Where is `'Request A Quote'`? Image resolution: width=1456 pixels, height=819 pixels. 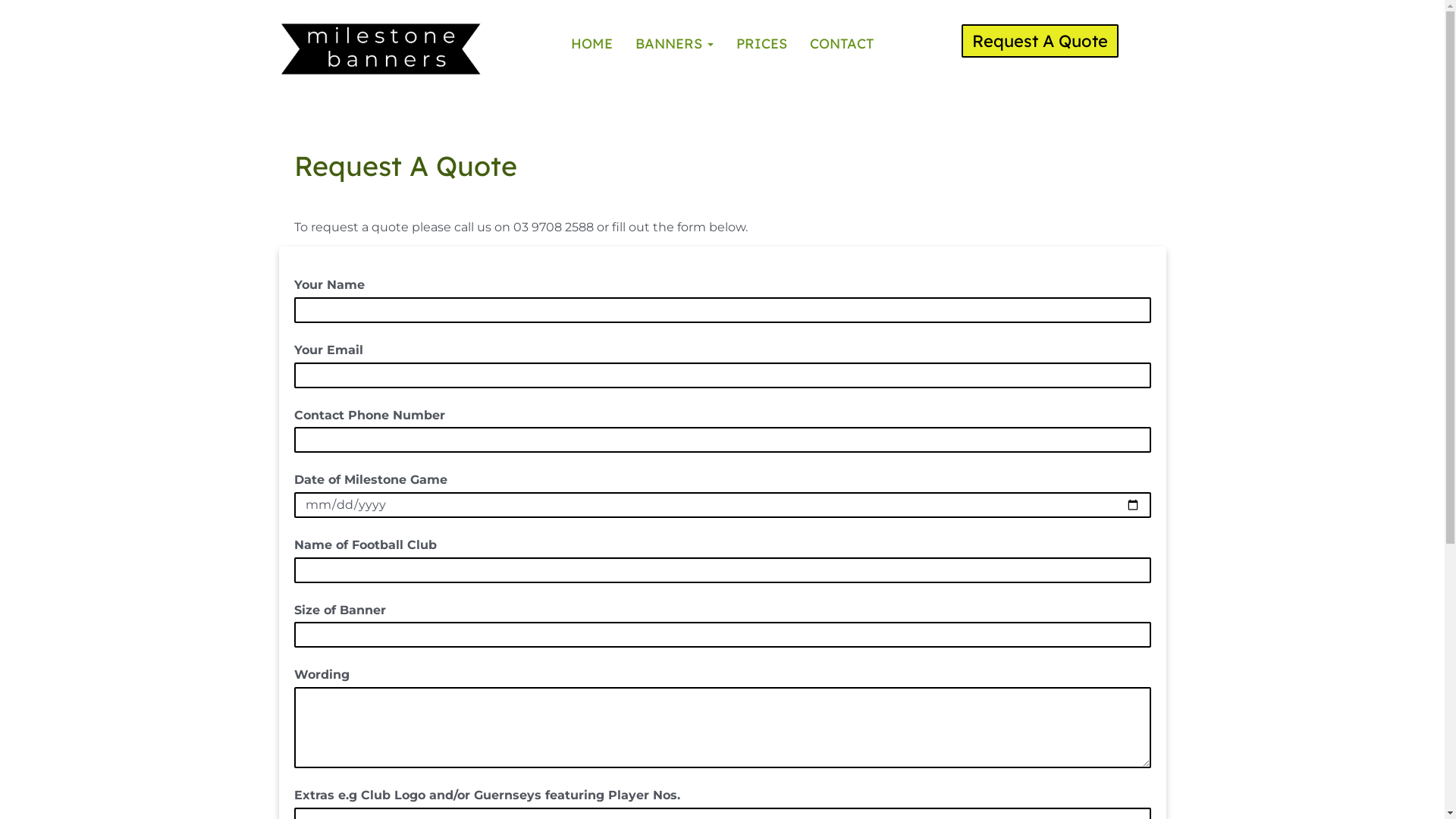 'Request A Quote' is located at coordinates (1039, 40).